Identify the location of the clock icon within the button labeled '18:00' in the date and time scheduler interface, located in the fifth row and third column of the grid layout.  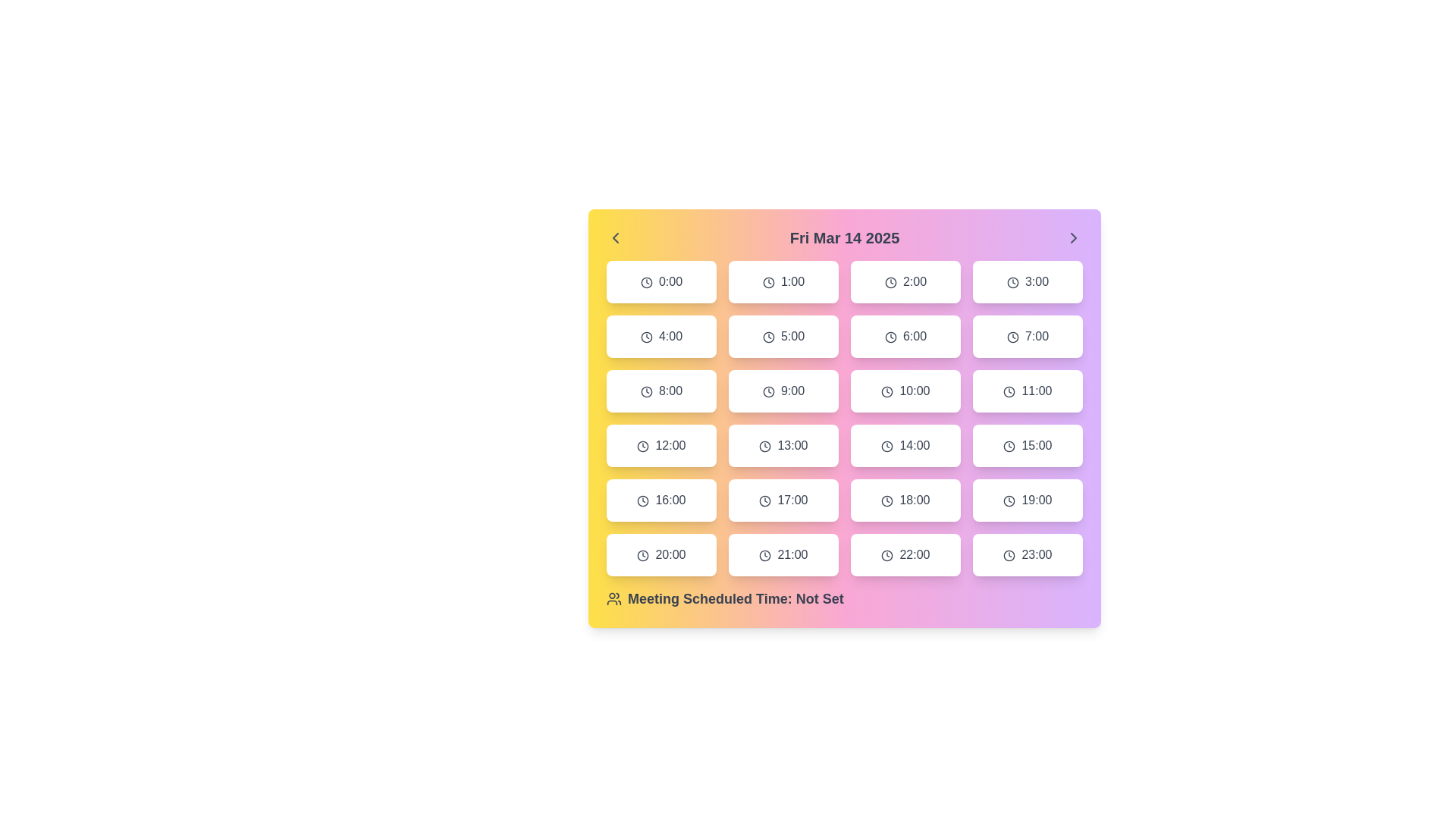
(887, 500).